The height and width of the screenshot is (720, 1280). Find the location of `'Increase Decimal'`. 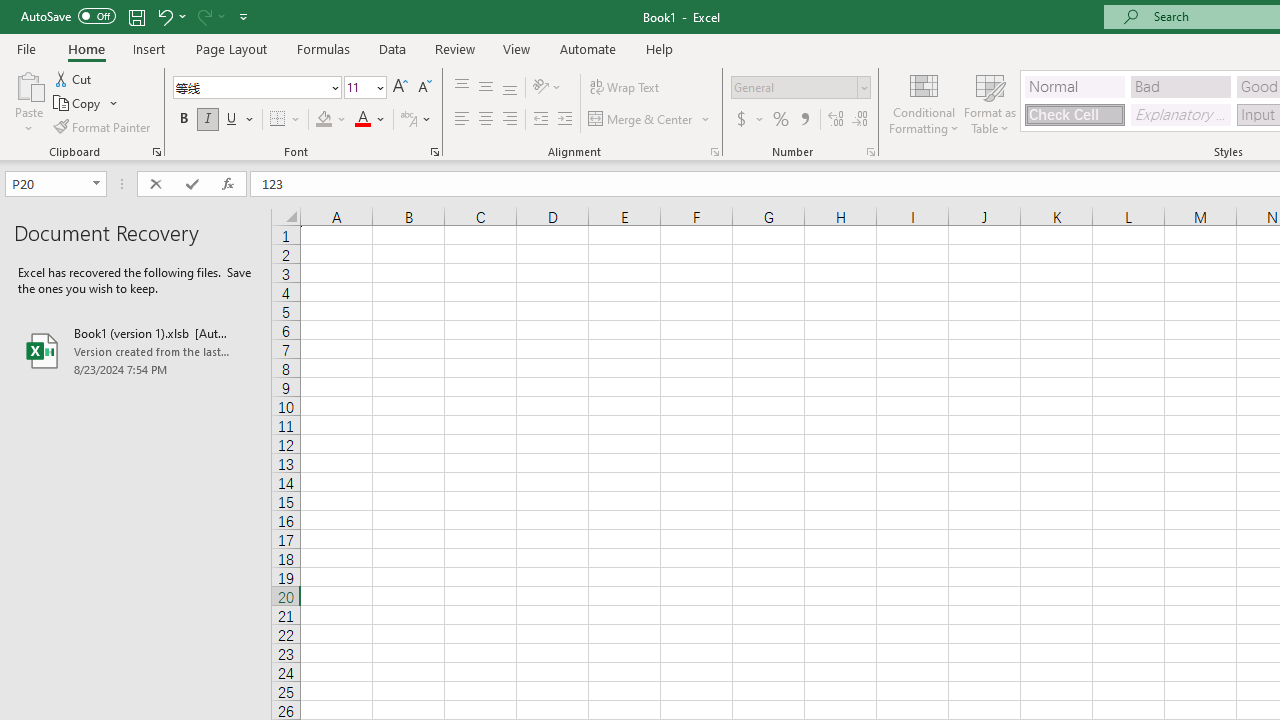

'Increase Decimal' is located at coordinates (836, 119).